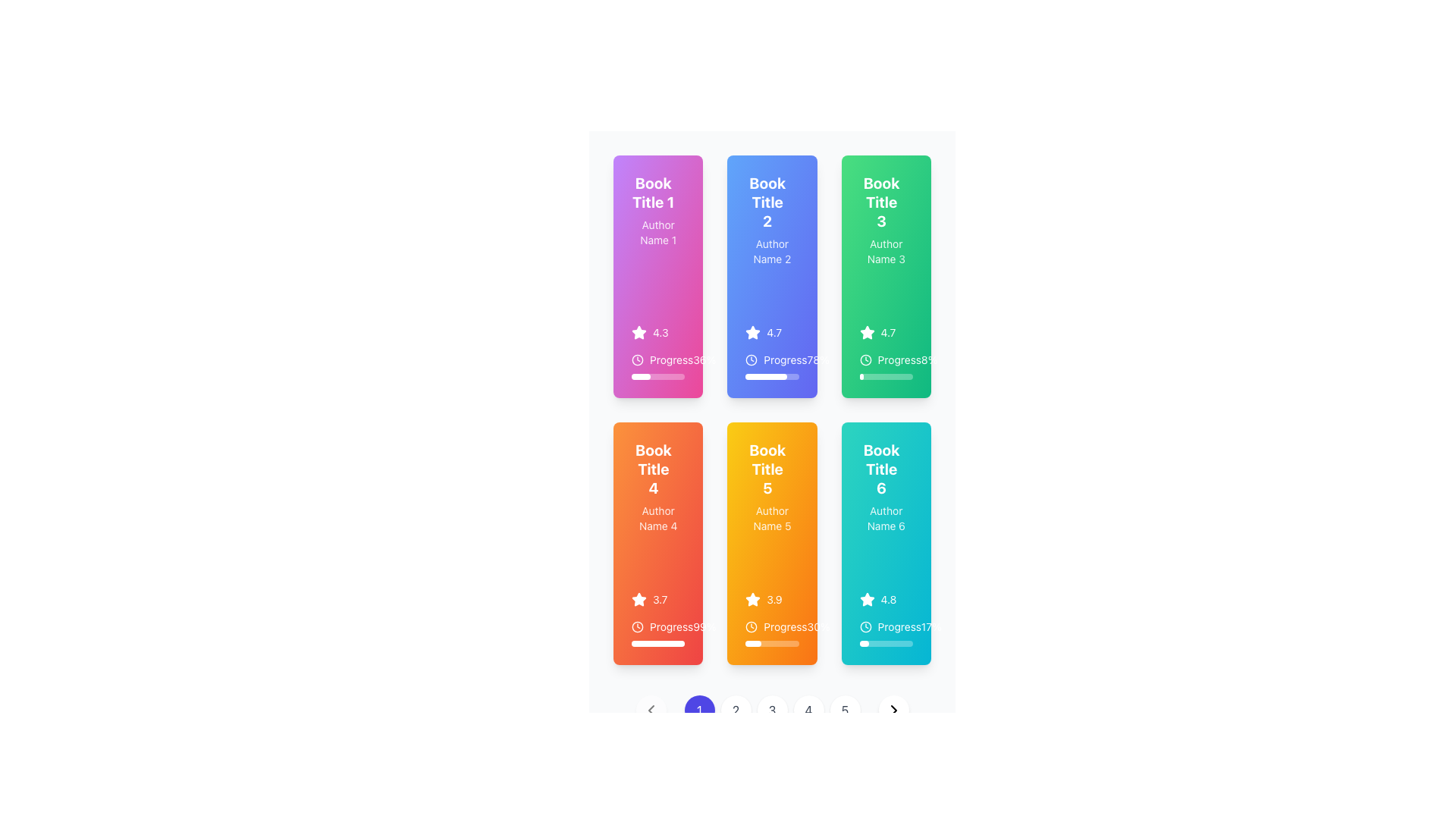 The height and width of the screenshot is (819, 1456). I want to click on the small circular button with a white background and the text '3' in gray font, so click(772, 711).